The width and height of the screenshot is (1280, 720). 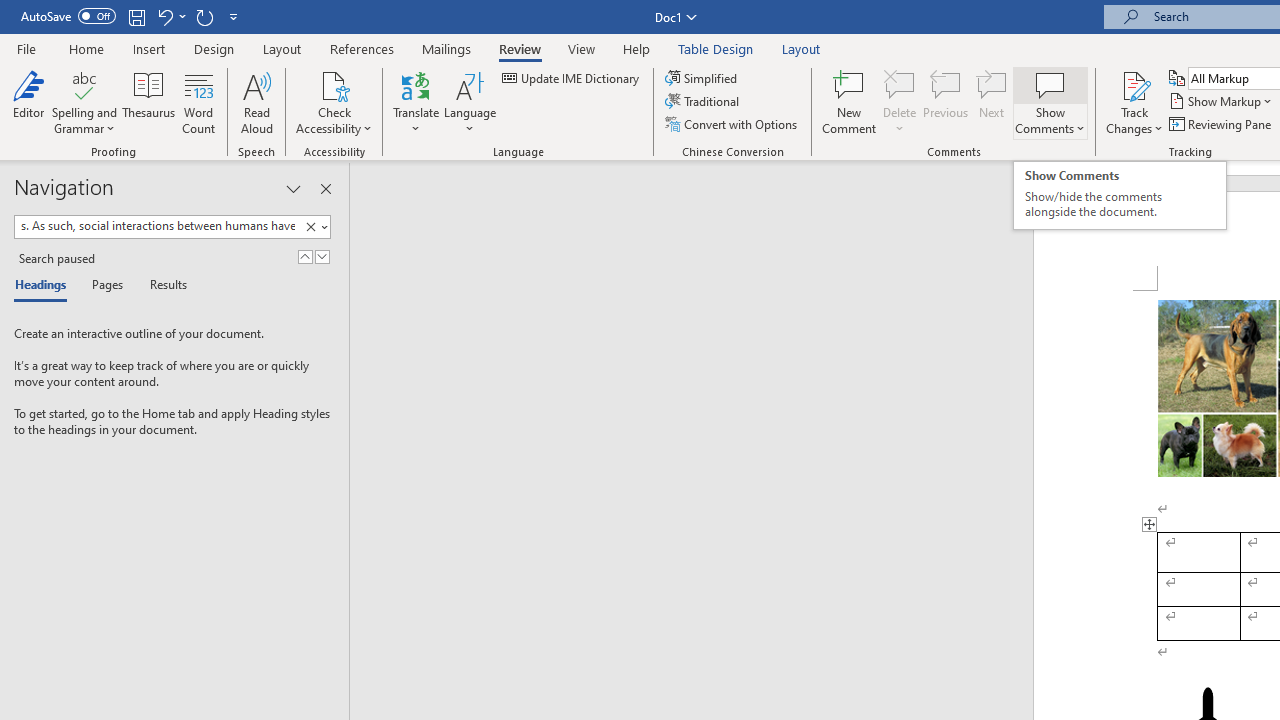 What do you see at coordinates (156, 225) in the screenshot?
I see `'Search document'` at bounding box center [156, 225].